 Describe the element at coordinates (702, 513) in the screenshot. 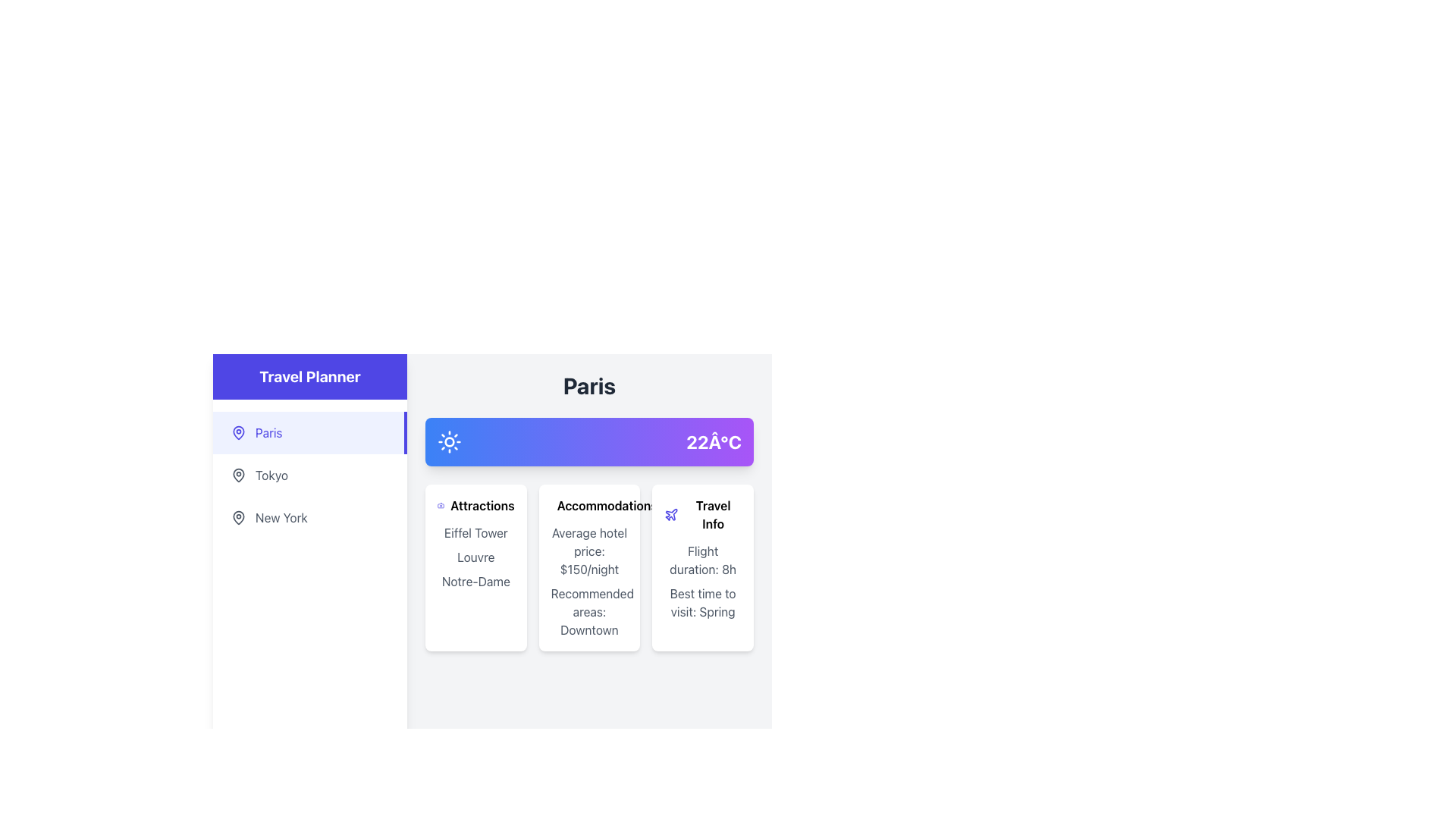

I see `the header label indicating 'Travel Info'` at that location.